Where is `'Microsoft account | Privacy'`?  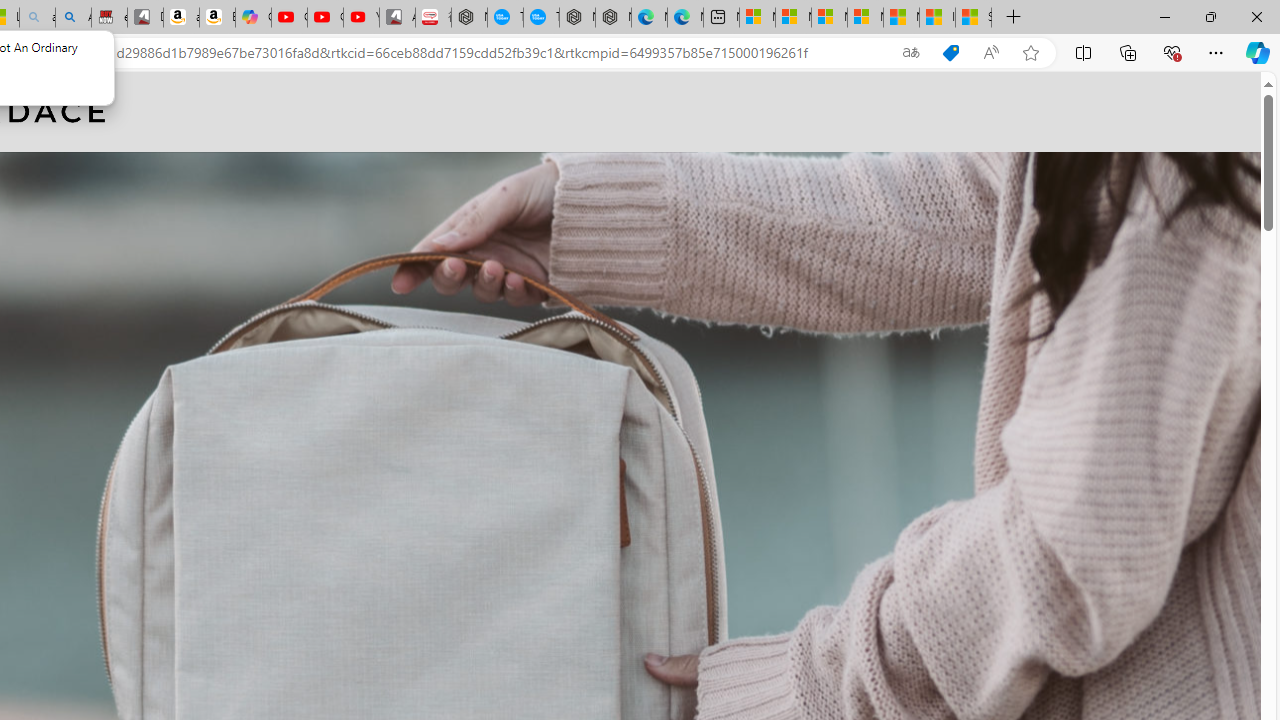
'Microsoft account | Privacy' is located at coordinates (865, 17).